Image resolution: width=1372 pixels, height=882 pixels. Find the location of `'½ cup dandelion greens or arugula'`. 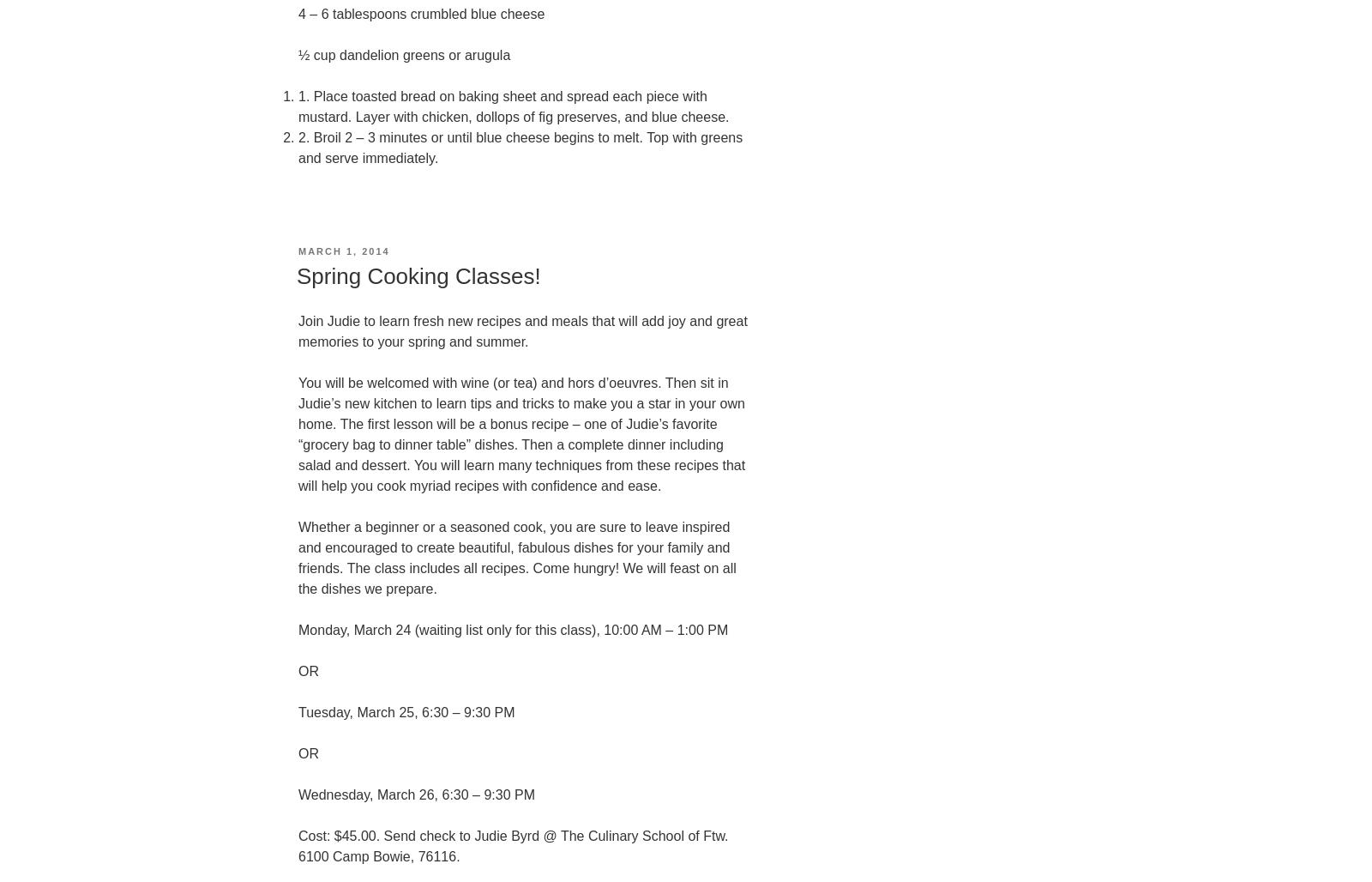

'½ cup dandelion greens or arugula' is located at coordinates (403, 54).